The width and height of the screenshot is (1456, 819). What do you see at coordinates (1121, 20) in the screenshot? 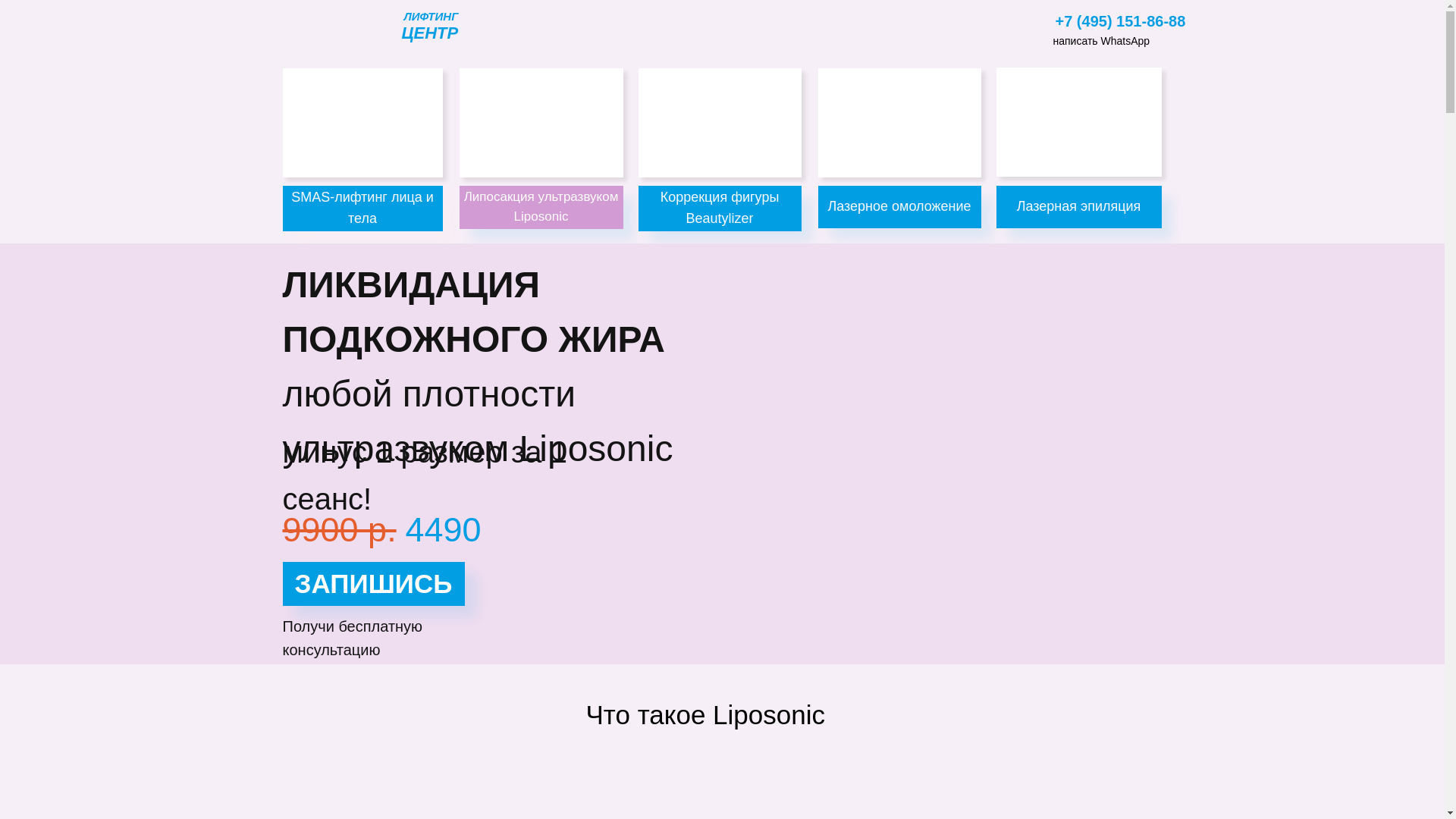
I see `'+7 (495) 151-86-88'` at bounding box center [1121, 20].